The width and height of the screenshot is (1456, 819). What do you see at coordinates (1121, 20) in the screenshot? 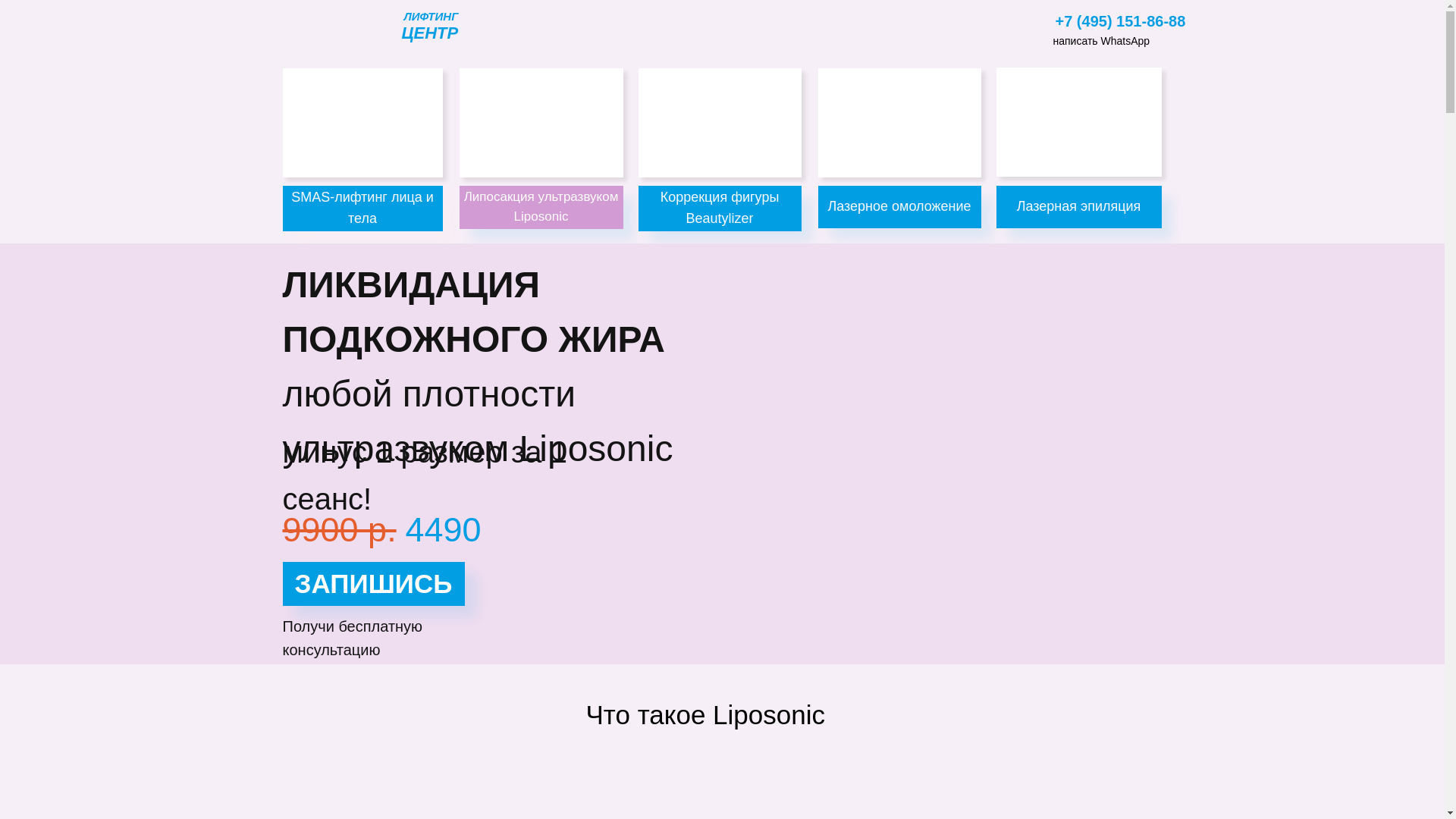
I see `'+7 (495) 151-86-88'` at bounding box center [1121, 20].